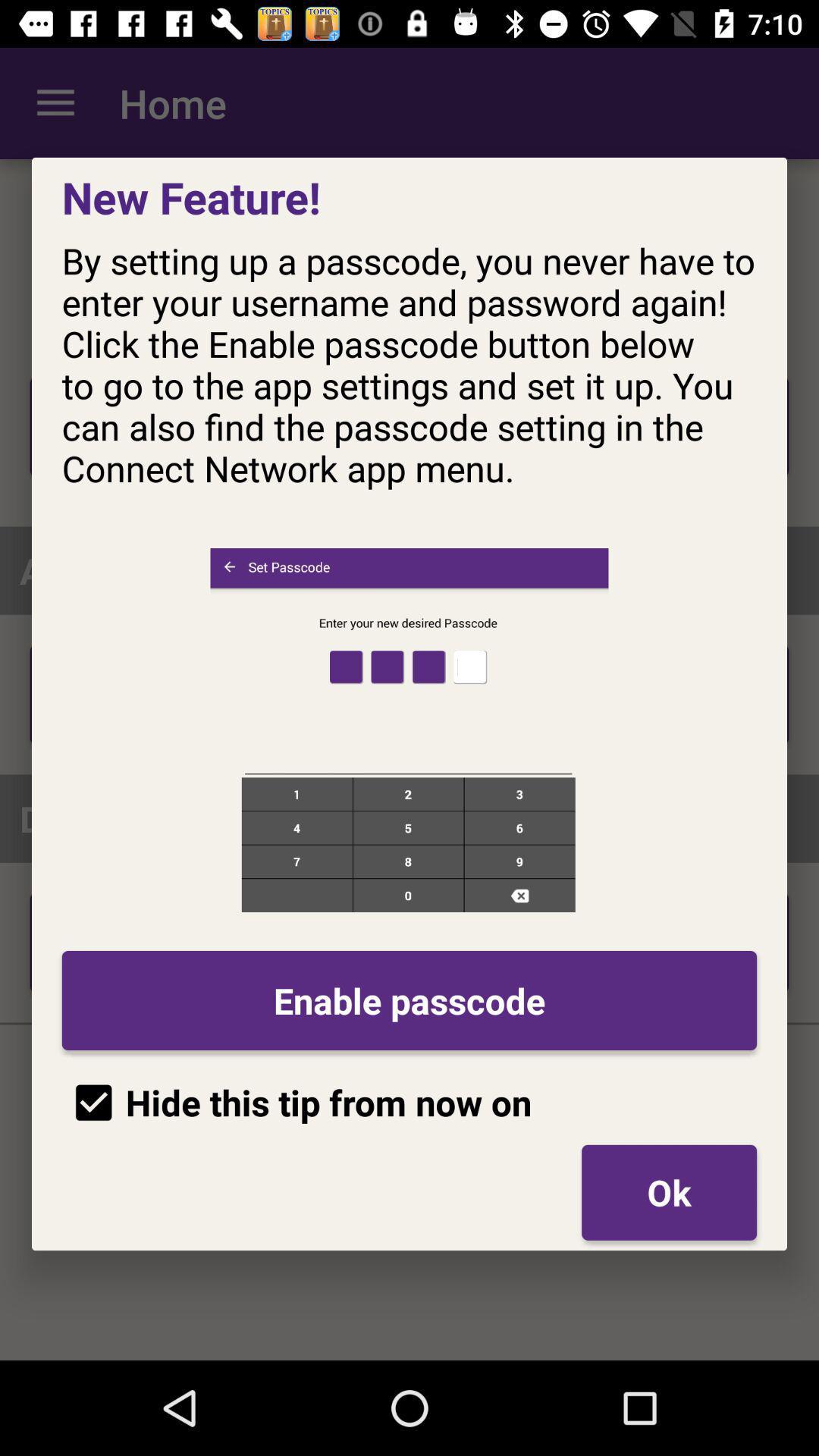 This screenshot has width=819, height=1456. I want to click on ok icon, so click(668, 1191).